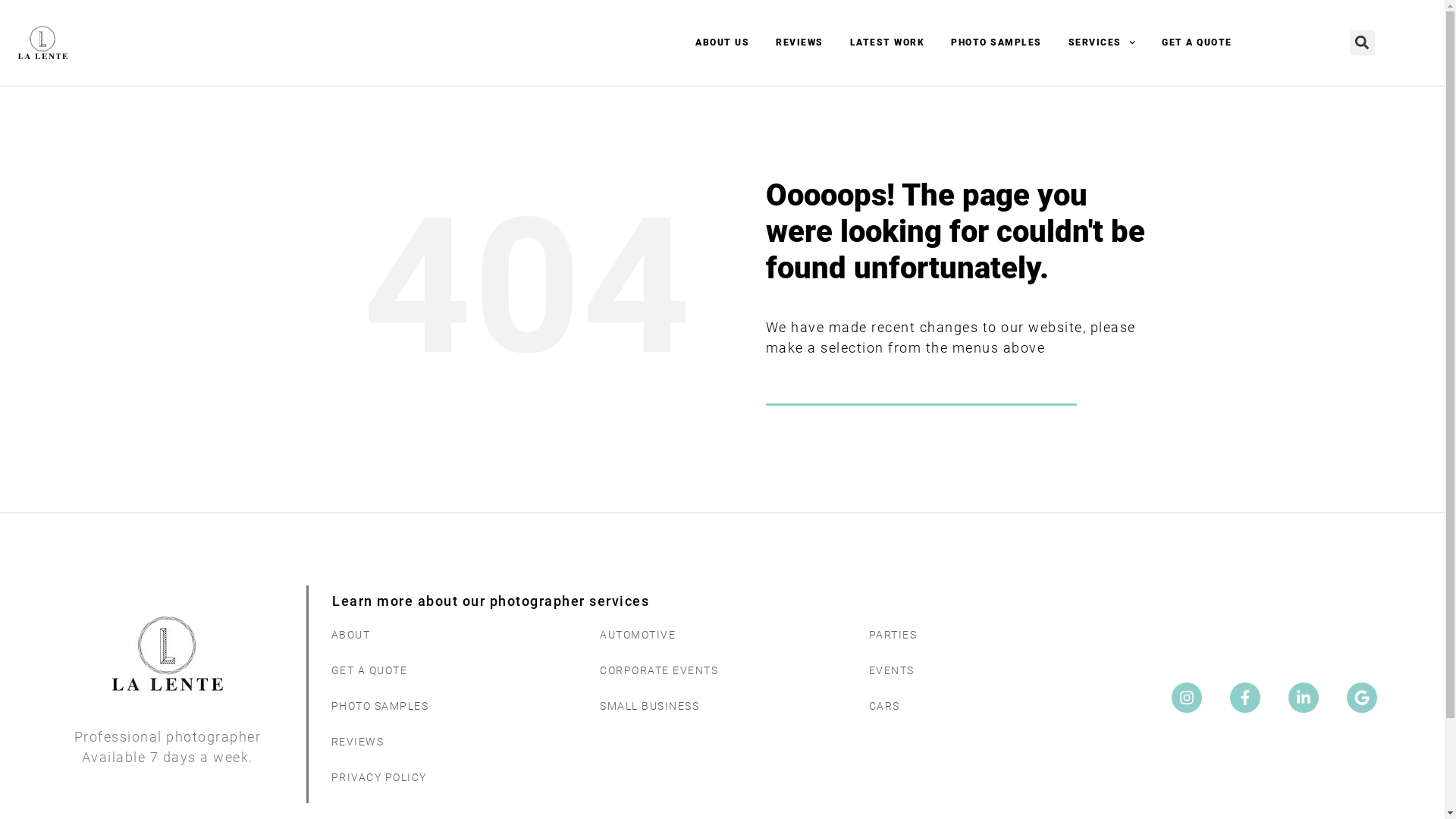 This screenshot has height=819, width=1456. What do you see at coordinates (721, 42) in the screenshot?
I see `'ABOUT US'` at bounding box center [721, 42].